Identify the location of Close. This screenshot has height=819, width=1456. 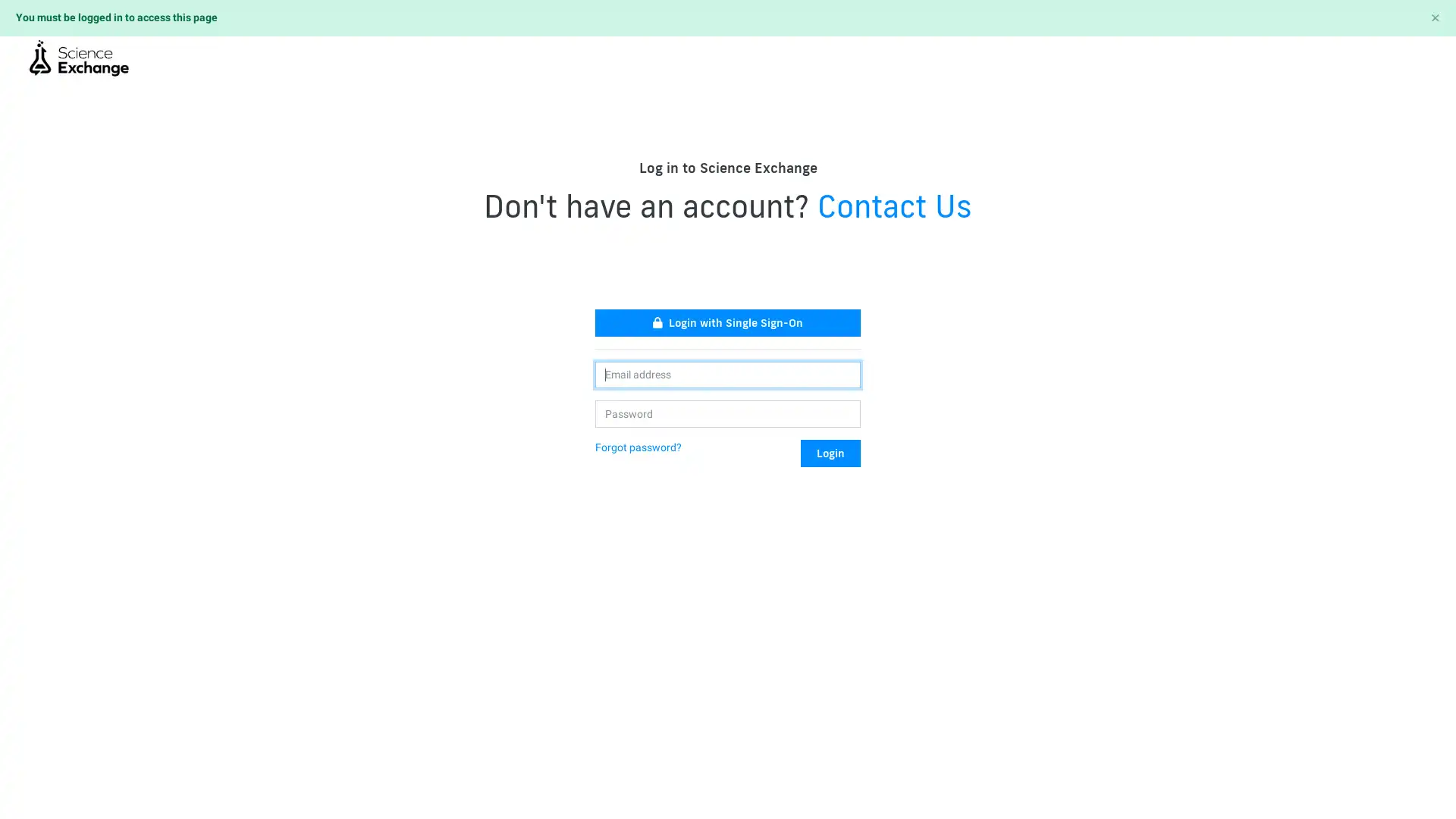
(1434, 17).